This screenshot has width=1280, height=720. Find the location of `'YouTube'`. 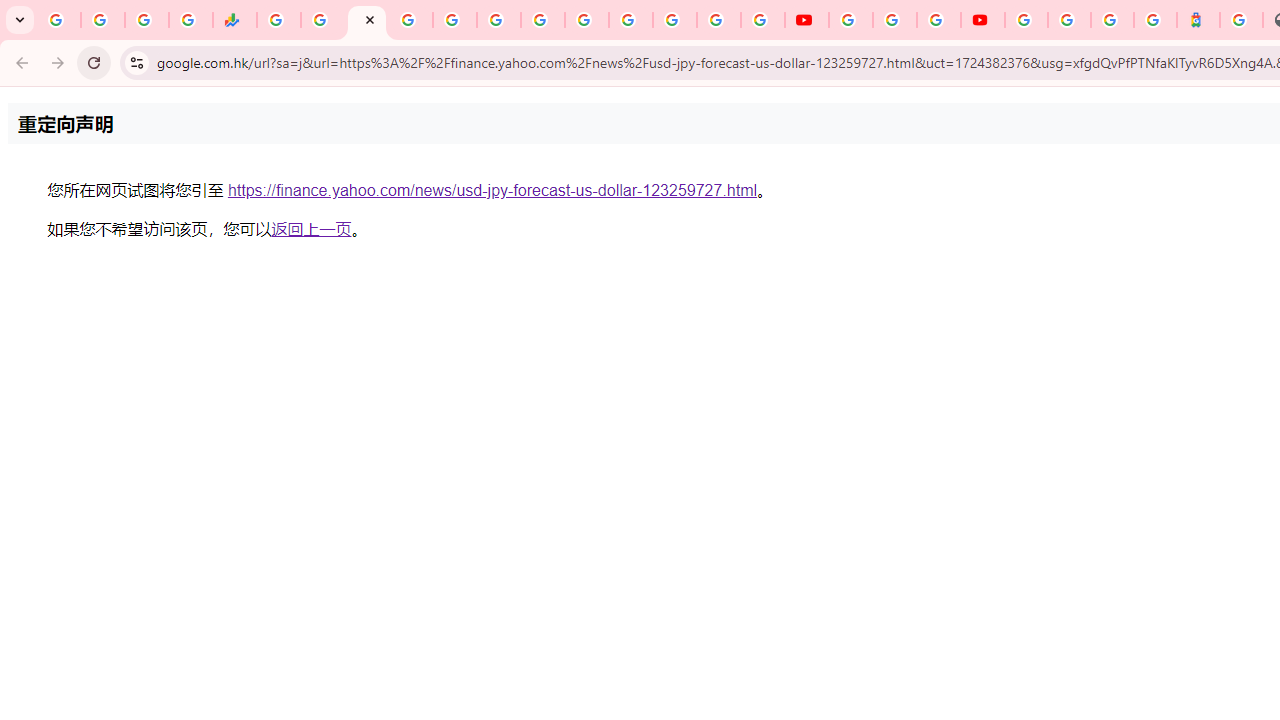

'YouTube' is located at coordinates (807, 20).